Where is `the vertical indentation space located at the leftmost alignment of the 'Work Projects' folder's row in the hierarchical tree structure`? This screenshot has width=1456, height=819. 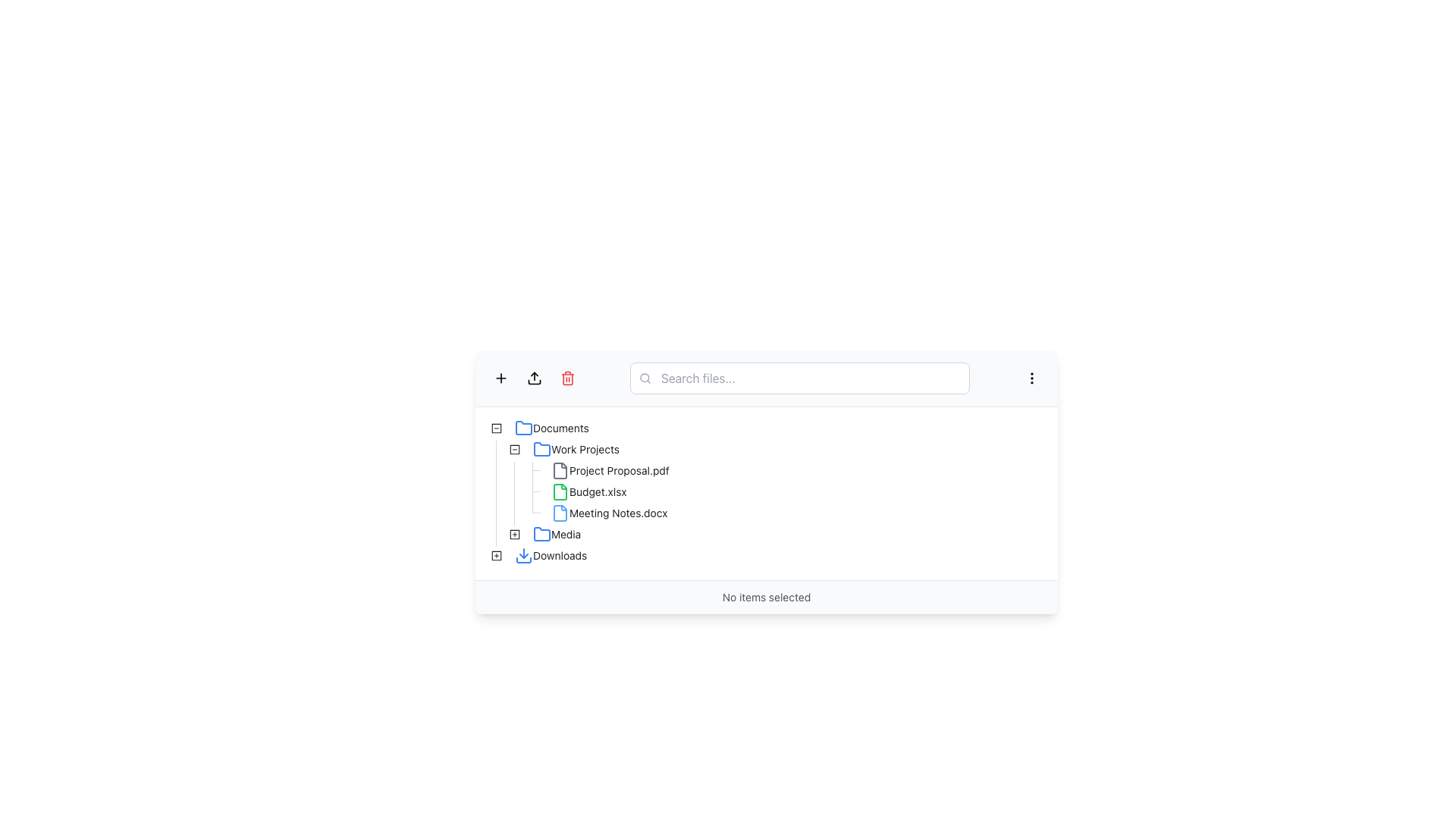 the vertical indentation space located at the leftmost alignment of the 'Work Projects' folder's row in the hierarchical tree structure is located at coordinates (496, 449).